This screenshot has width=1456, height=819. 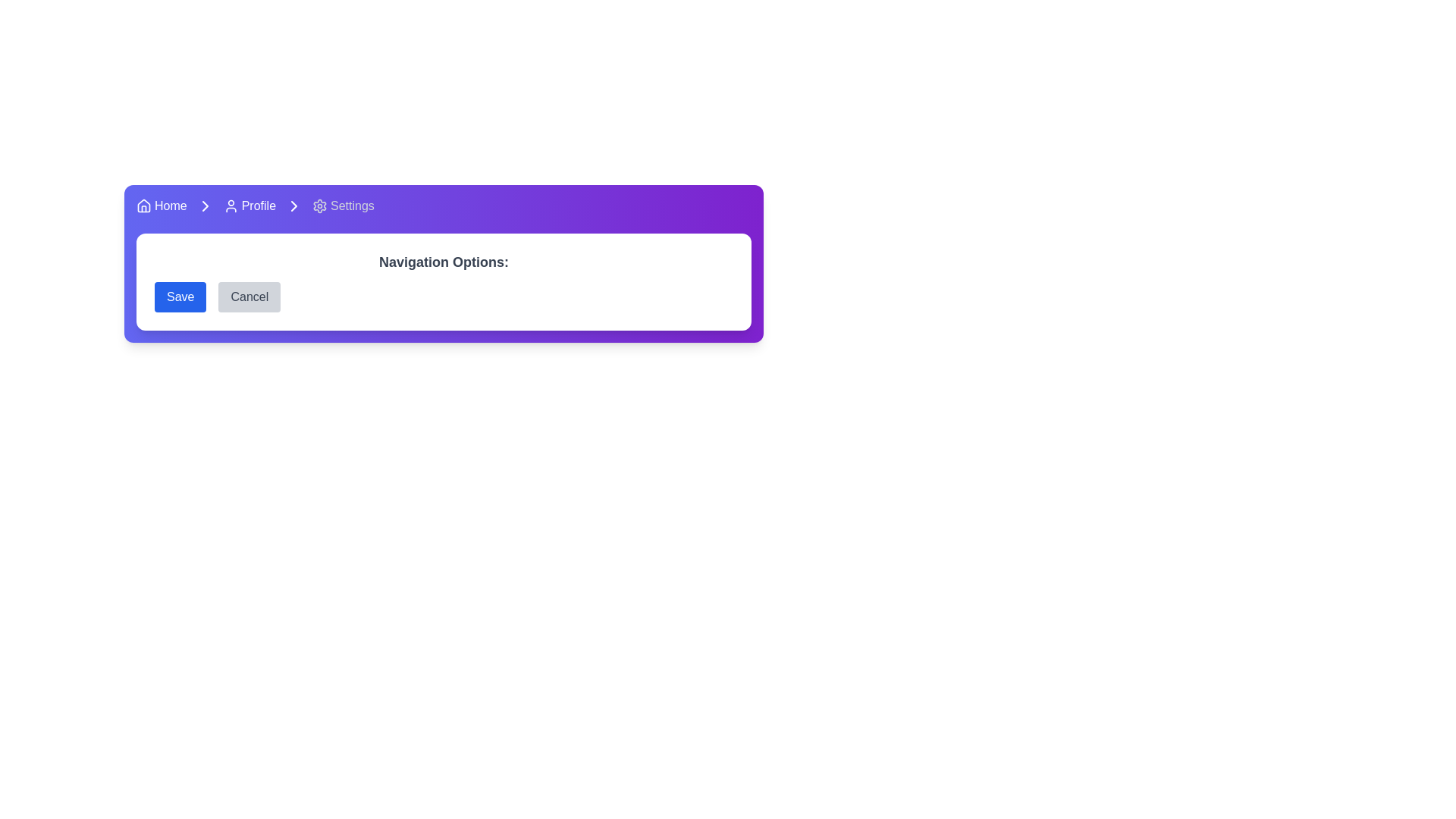 What do you see at coordinates (162, 206) in the screenshot?
I see `the interactive link located in the top-left corner of the horizontal navigation bar` at bounding box center [162, 206].